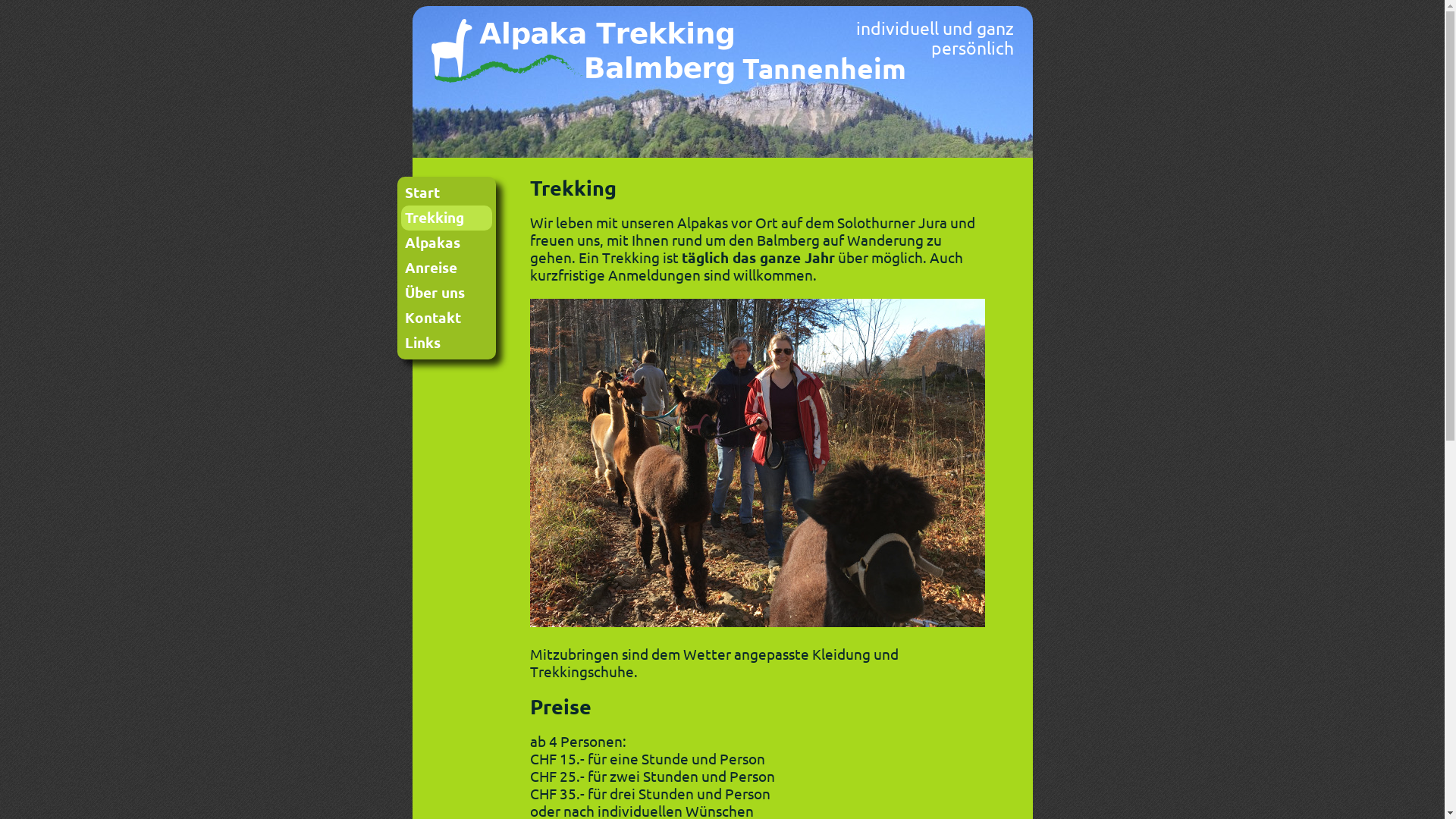  Describe the element at coordinates (445, 192) in the screenshot. I see `'Start'` at that location.